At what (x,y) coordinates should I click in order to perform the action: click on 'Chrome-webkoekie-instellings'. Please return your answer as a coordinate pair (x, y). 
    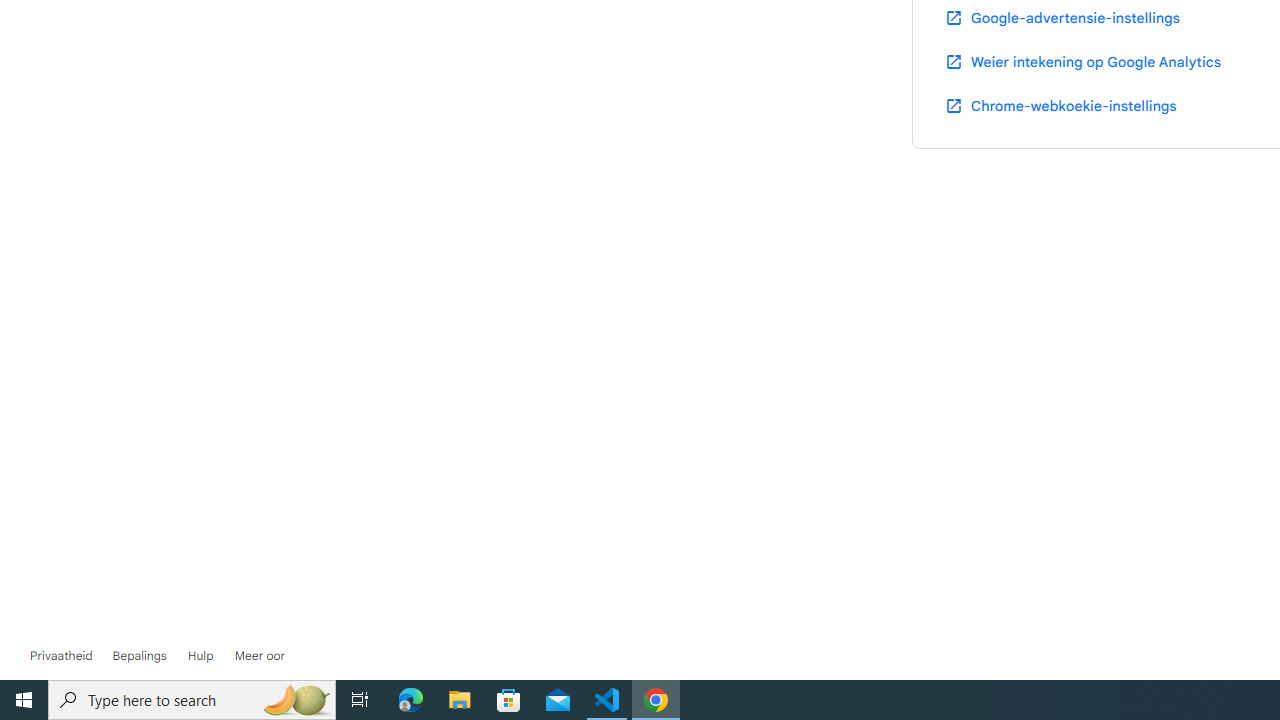
    Looking at the image, I should click on (1059, 105).